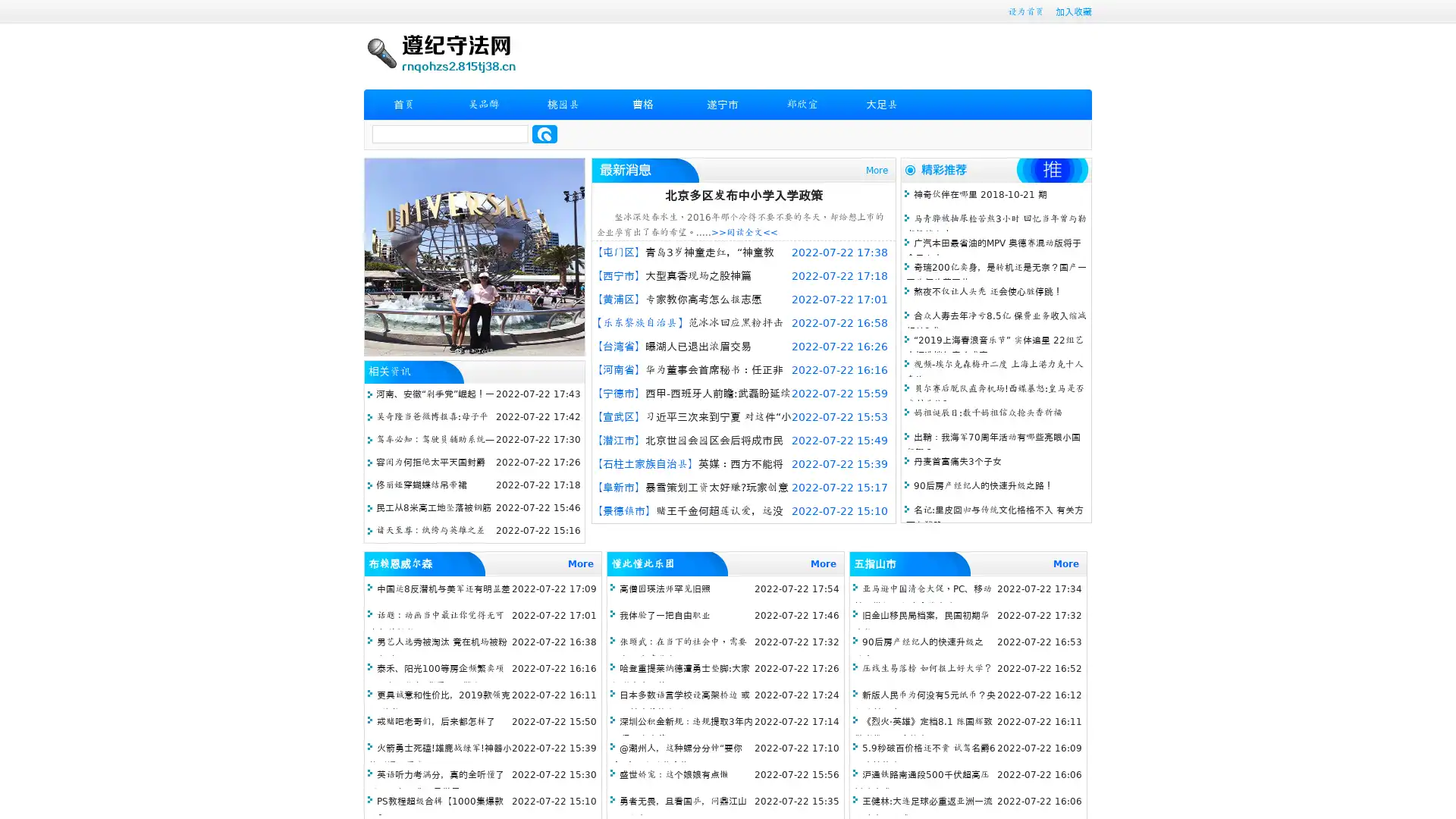 This screenshot has width=1456, height=819. I want to click on Search, so click(544, 133).